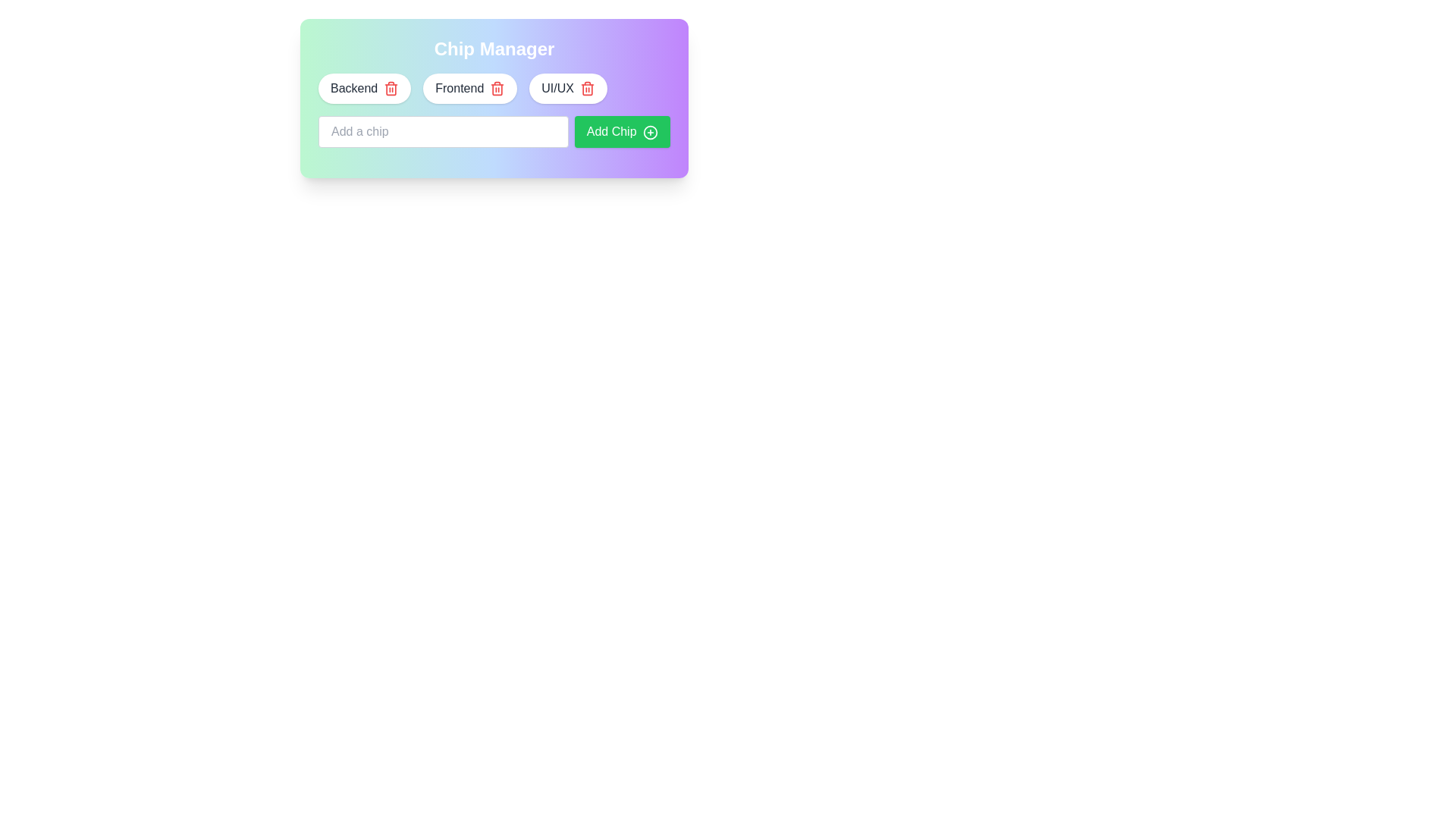  I want to click on the red trash bin icon, so click(497, 88).